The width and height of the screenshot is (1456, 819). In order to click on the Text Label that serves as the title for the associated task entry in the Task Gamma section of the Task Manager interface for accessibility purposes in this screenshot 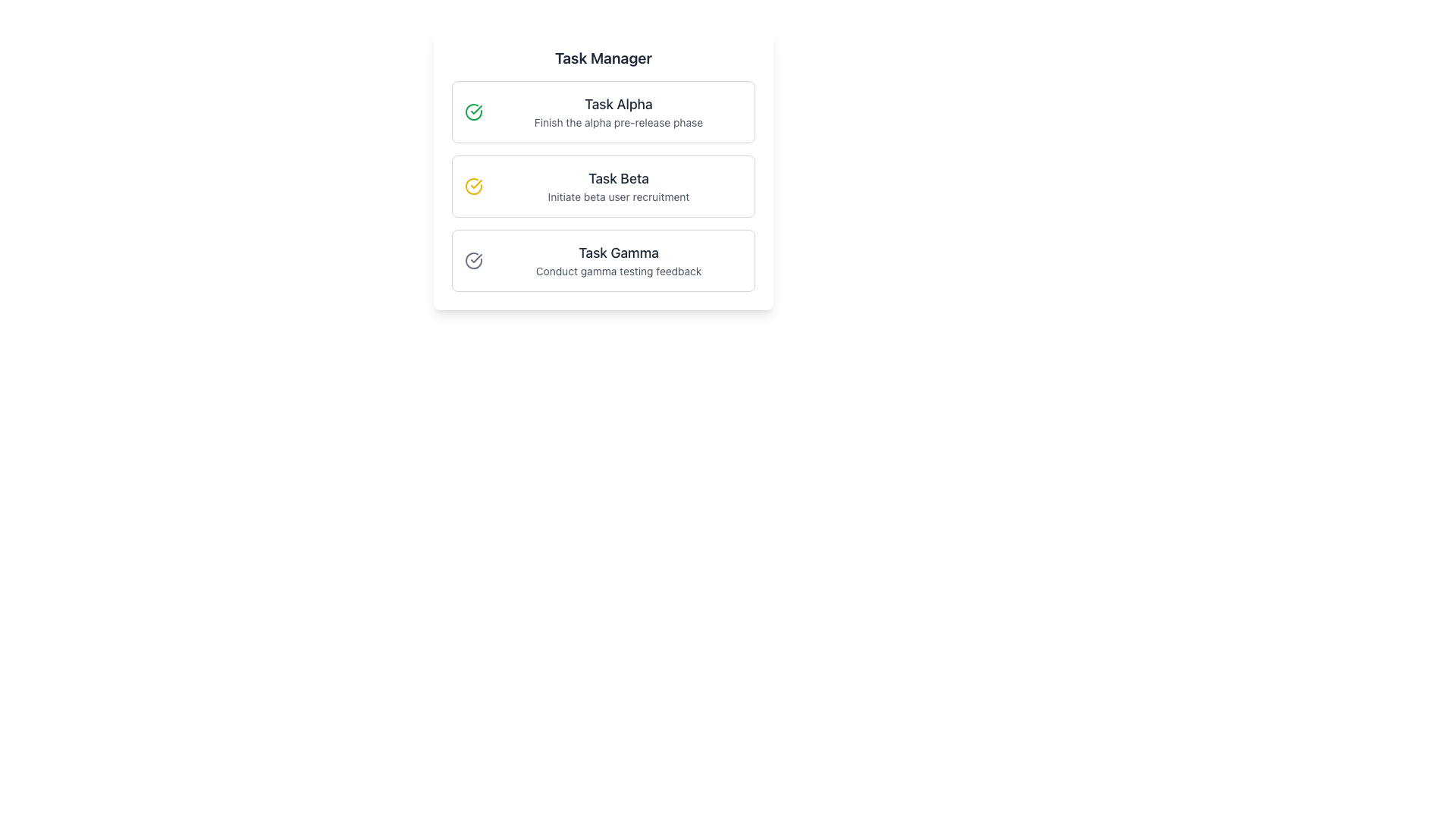, I will do `click(619, 253)`.